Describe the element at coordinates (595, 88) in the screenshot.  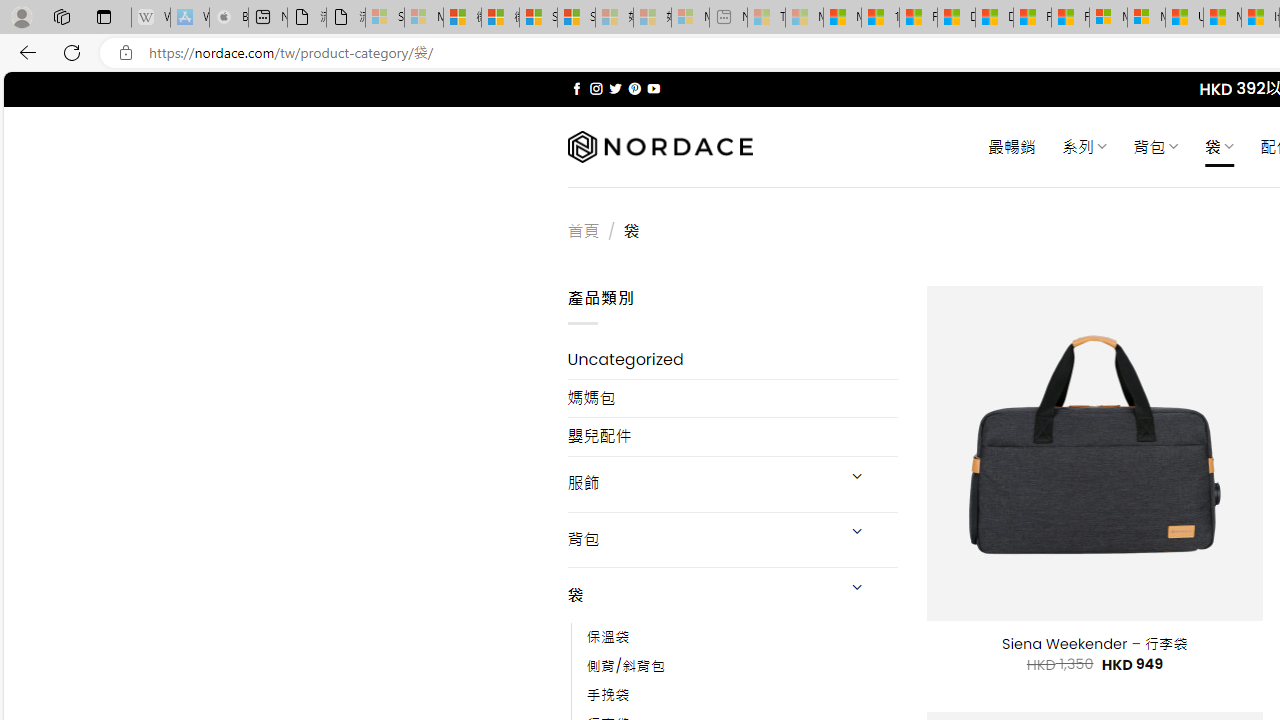
I see `'Follow on Instagram'` at that location.